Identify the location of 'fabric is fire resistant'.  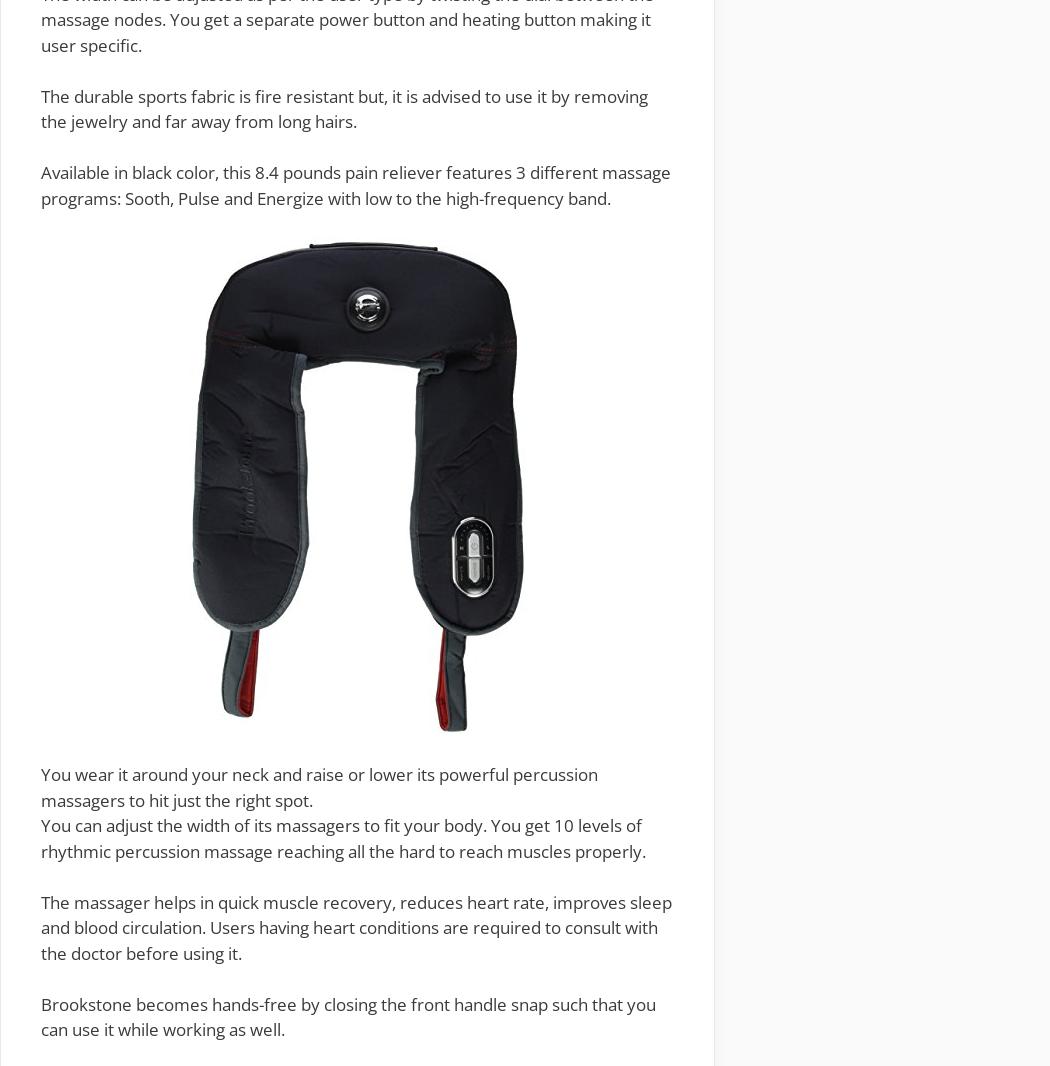
(269, 94).